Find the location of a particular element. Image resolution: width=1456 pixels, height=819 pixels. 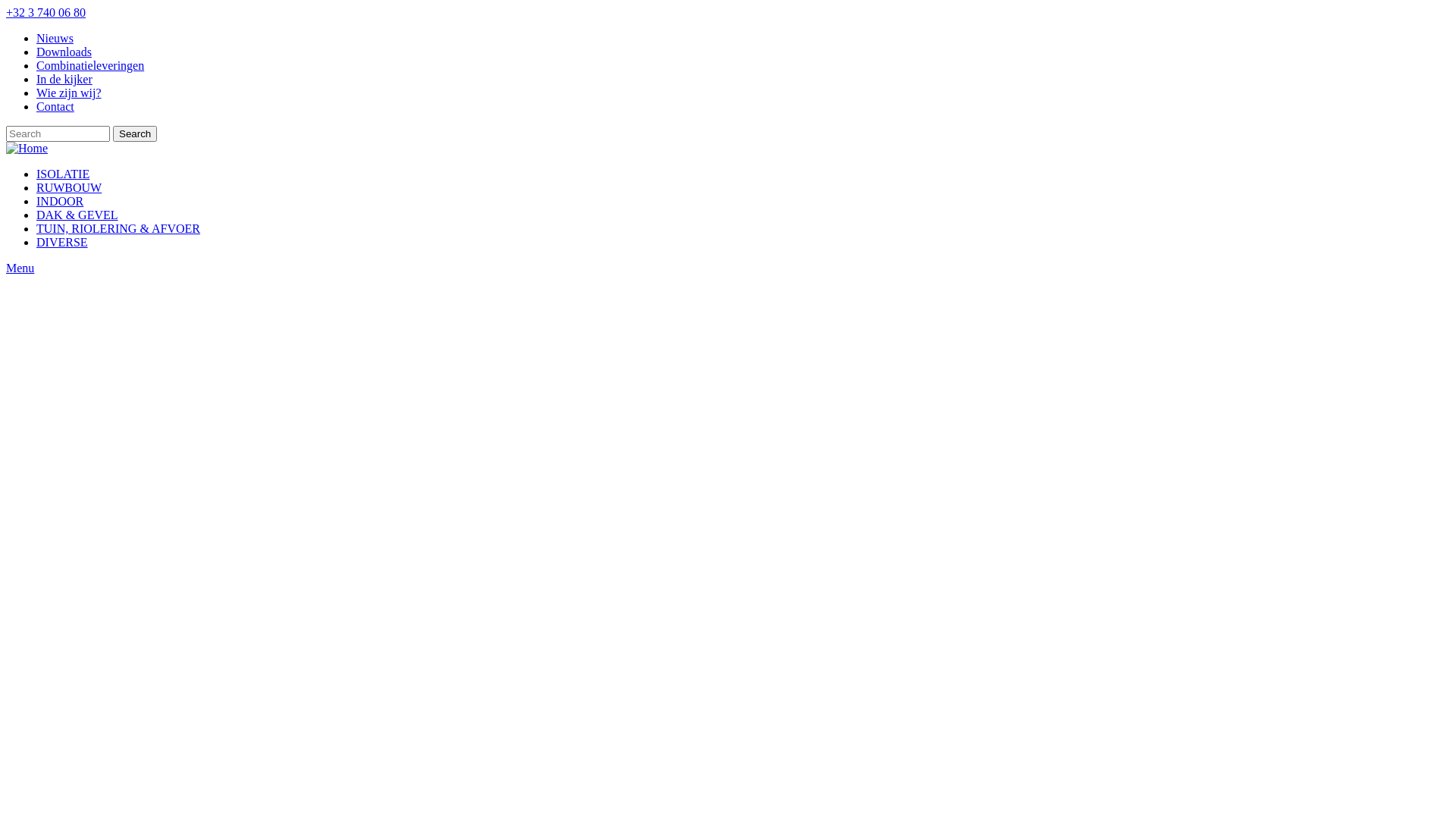

'Downloads' is located at coordinates (63, 51).